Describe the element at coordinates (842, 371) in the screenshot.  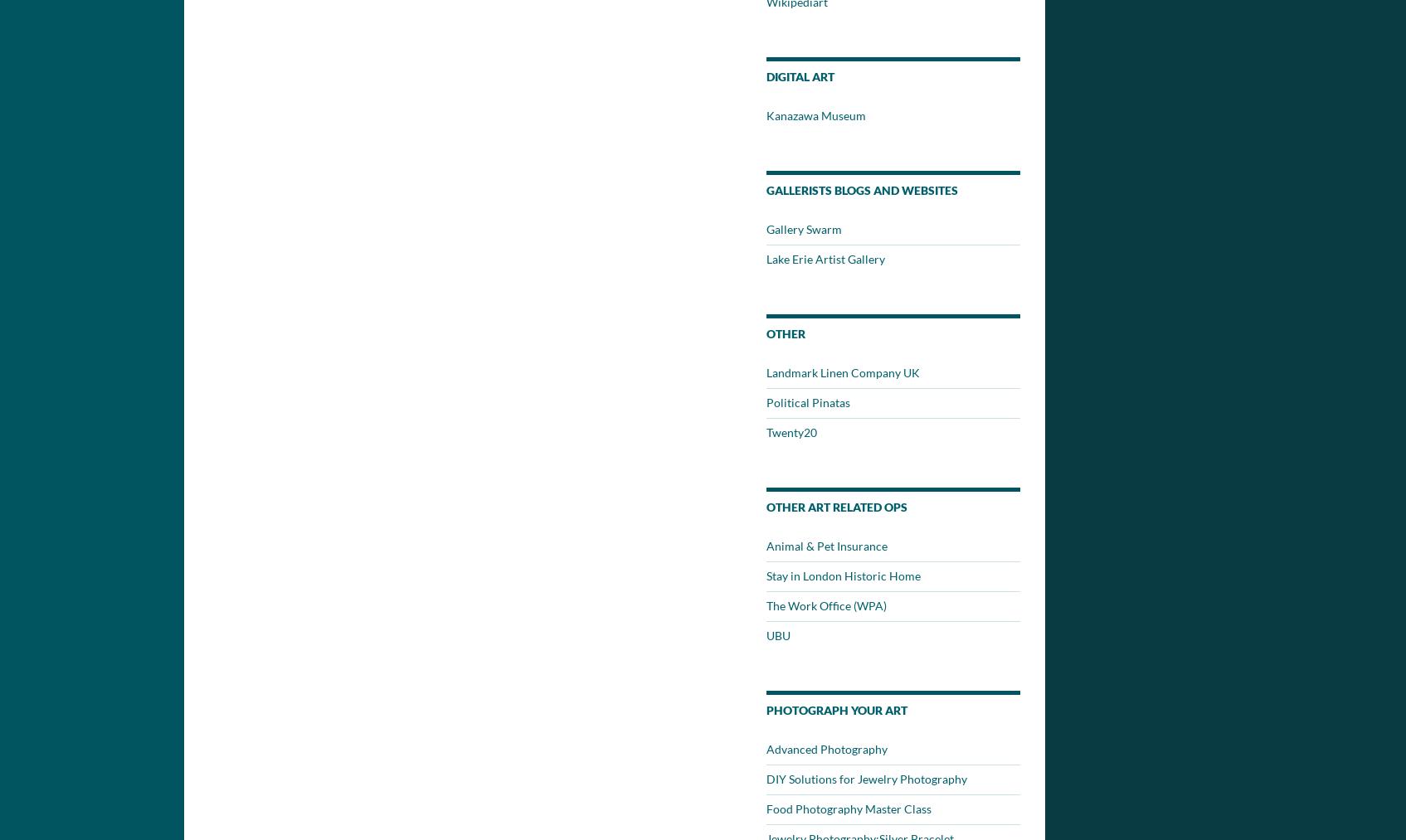
I see `'Landmark Linen Company UK'` at that location.